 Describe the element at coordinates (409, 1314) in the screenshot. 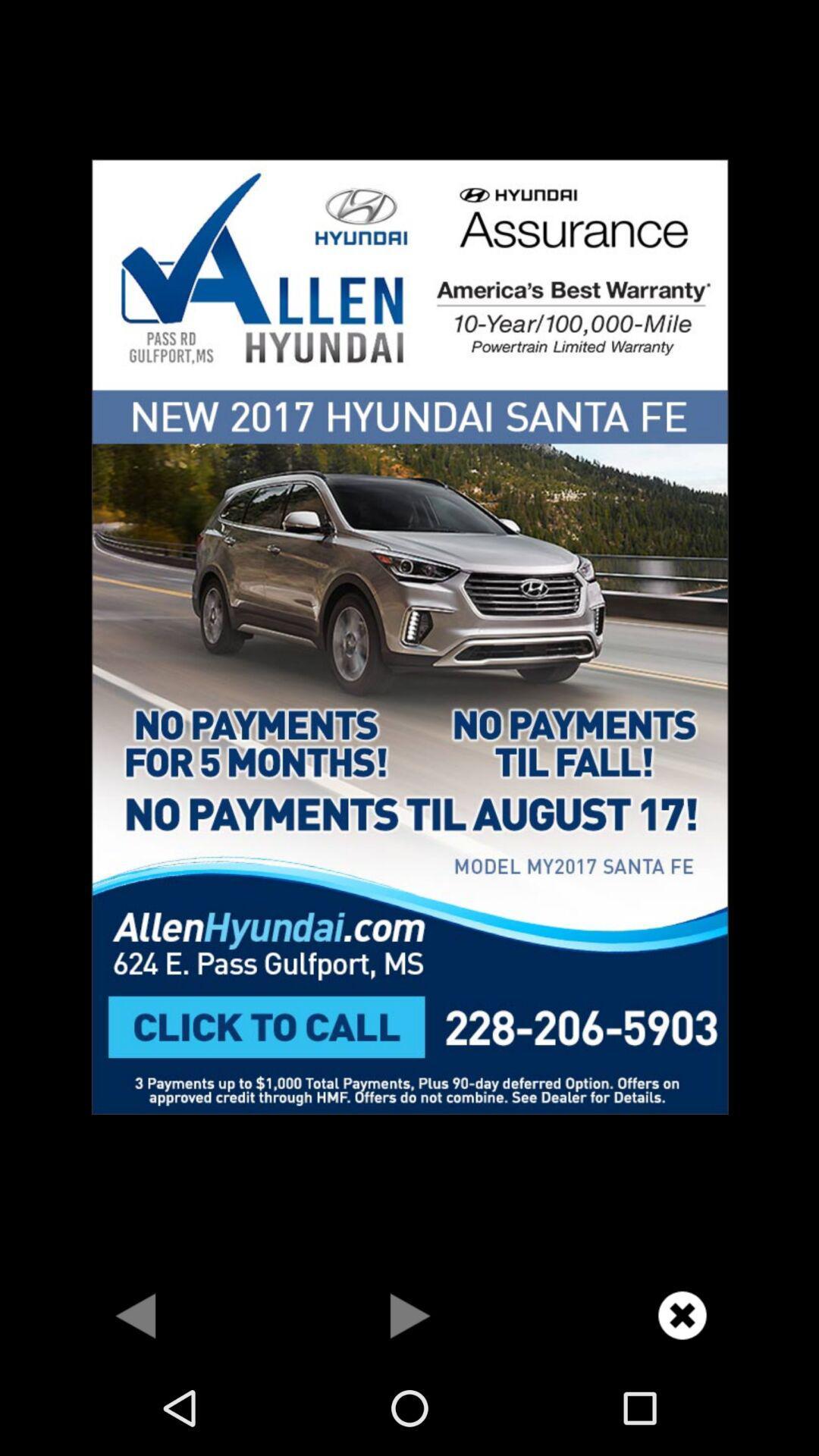

I see `music play` at that location.